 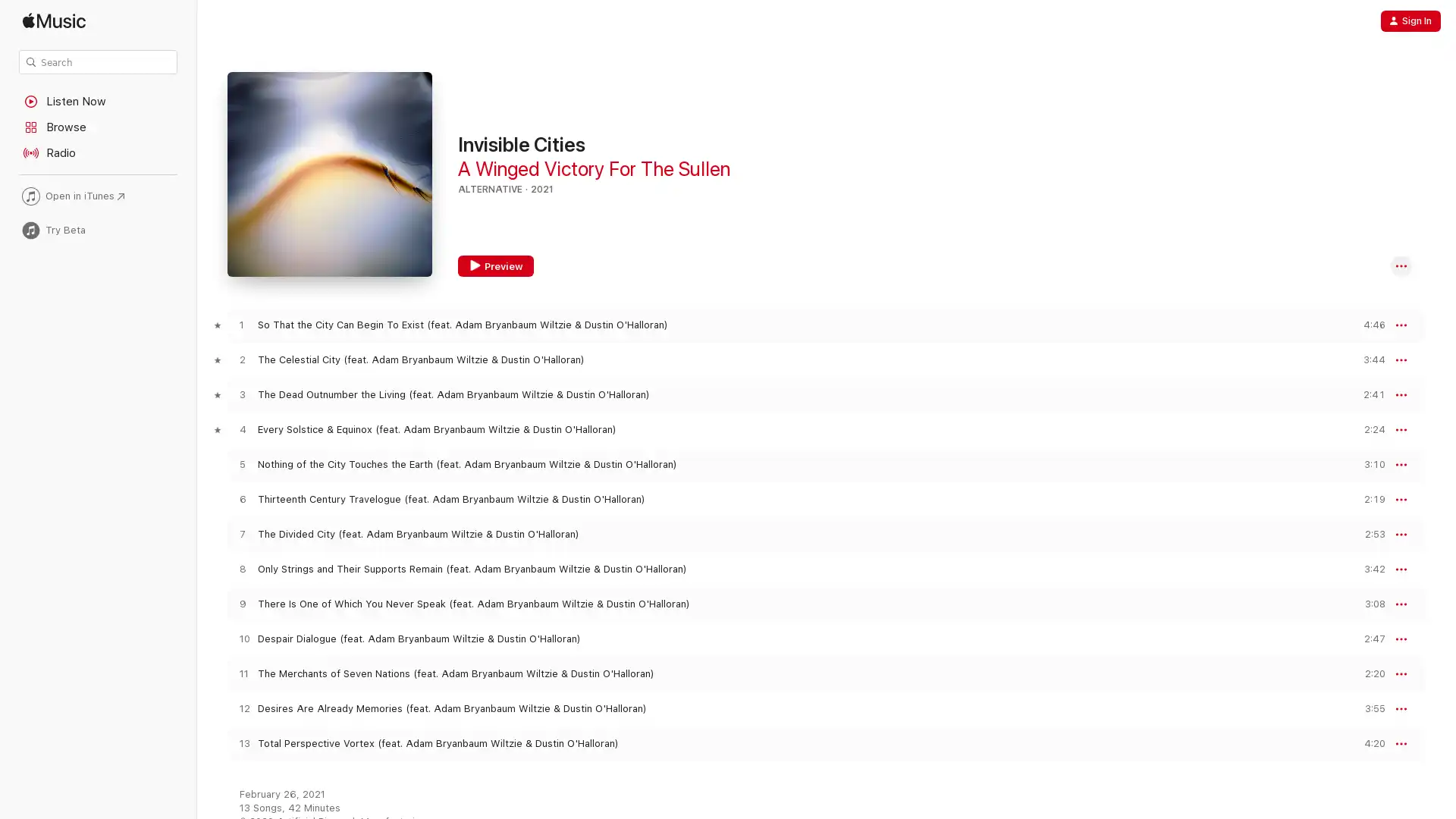 What do you see at coordinates (1368, 499) in the screenshot?
I see `Preview` at bounding box center [1368, 499].